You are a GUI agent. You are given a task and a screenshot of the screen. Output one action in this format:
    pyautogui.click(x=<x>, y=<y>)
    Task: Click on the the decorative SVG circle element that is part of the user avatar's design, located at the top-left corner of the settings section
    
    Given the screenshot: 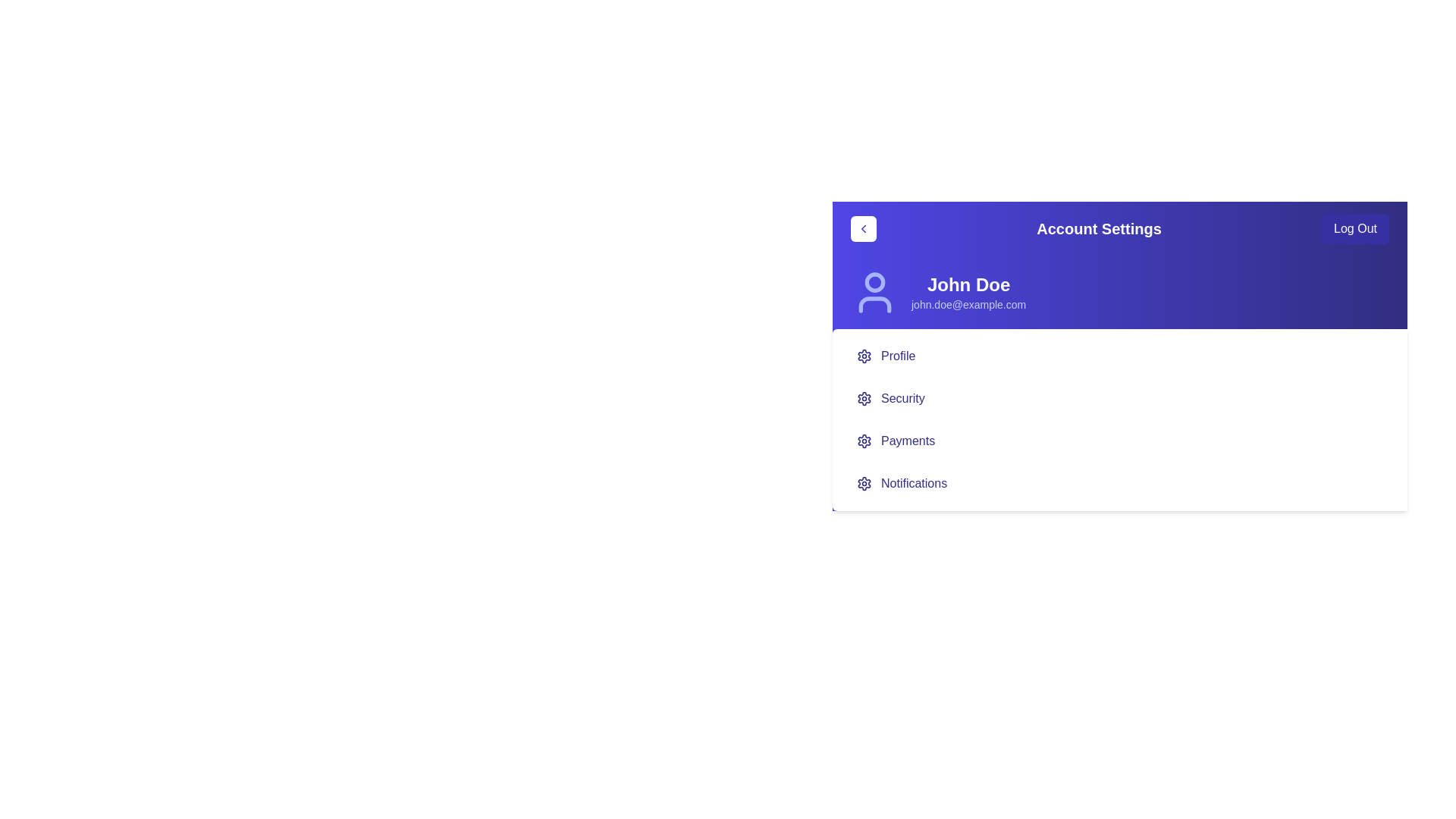 What is the action you would take?
    pyautogui.click(x=874, y=281)
    